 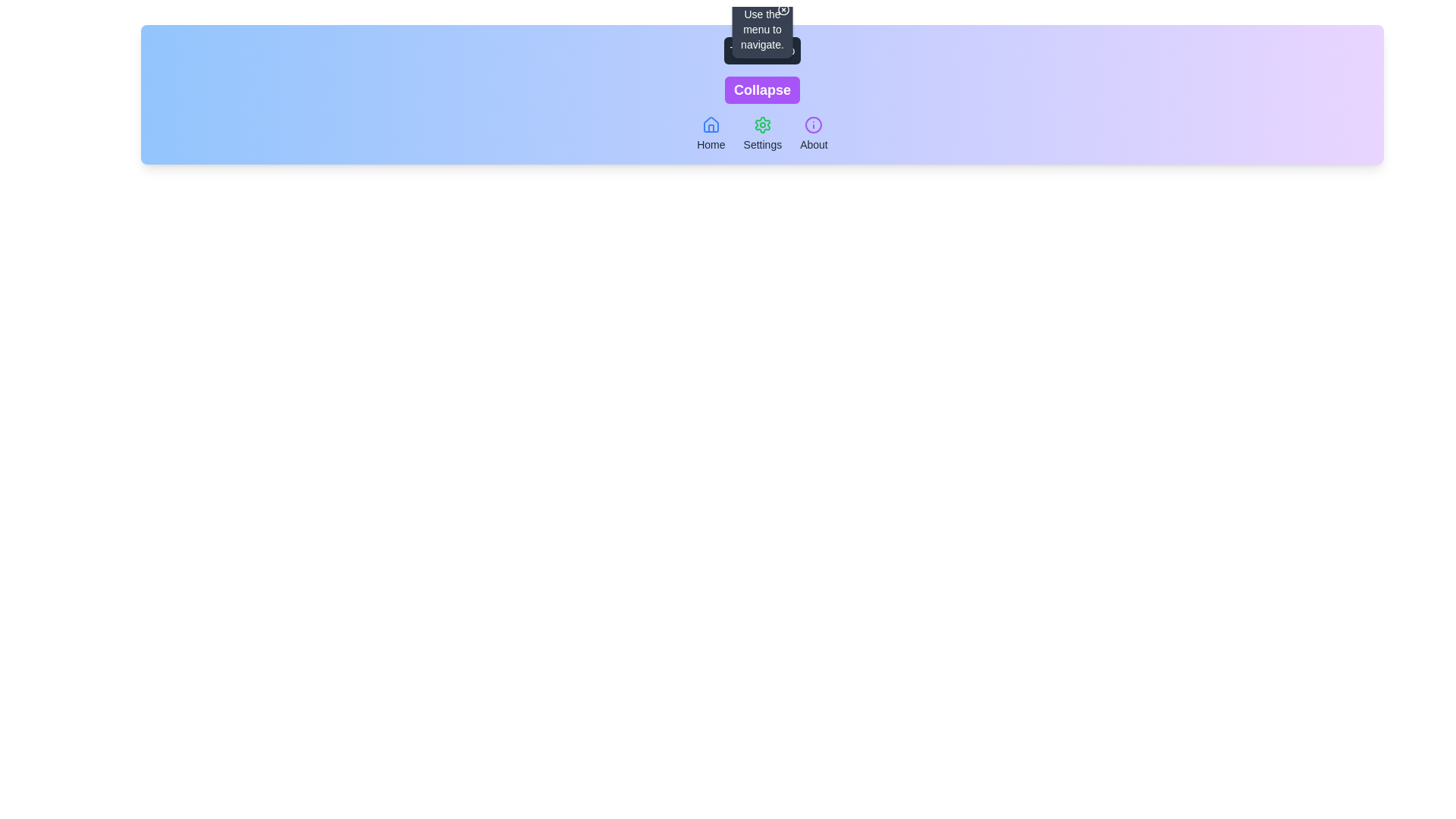 What do you see at coordinates (813, 124) in the screenshot?
I see `the SVG circle element that serves as the background for the information icon in the 'About' section of the navigation bar` at bounding box center [813, 124].